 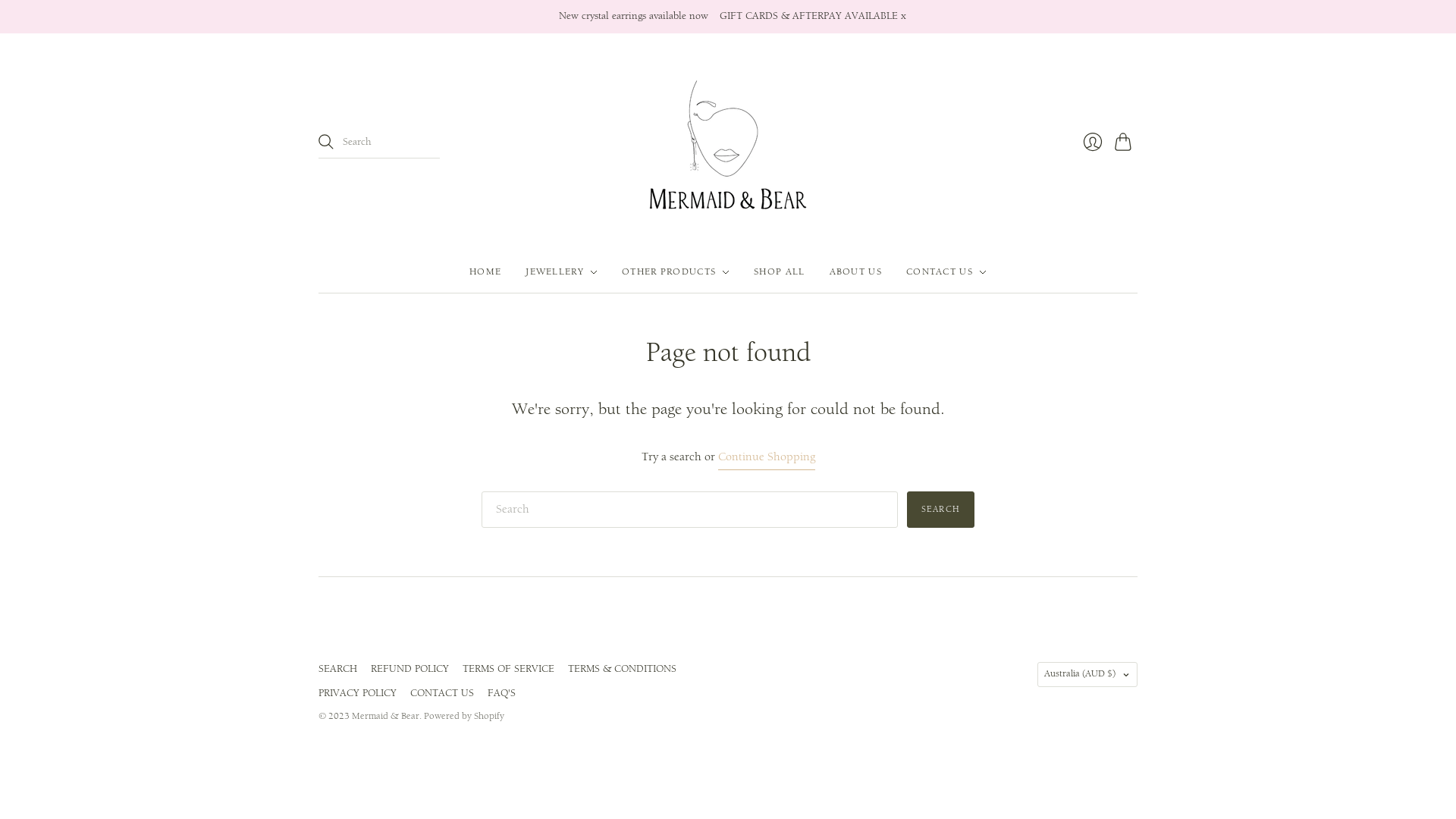 I want to click on 'Australia (AUD $)', so click(x=1087, y=673).